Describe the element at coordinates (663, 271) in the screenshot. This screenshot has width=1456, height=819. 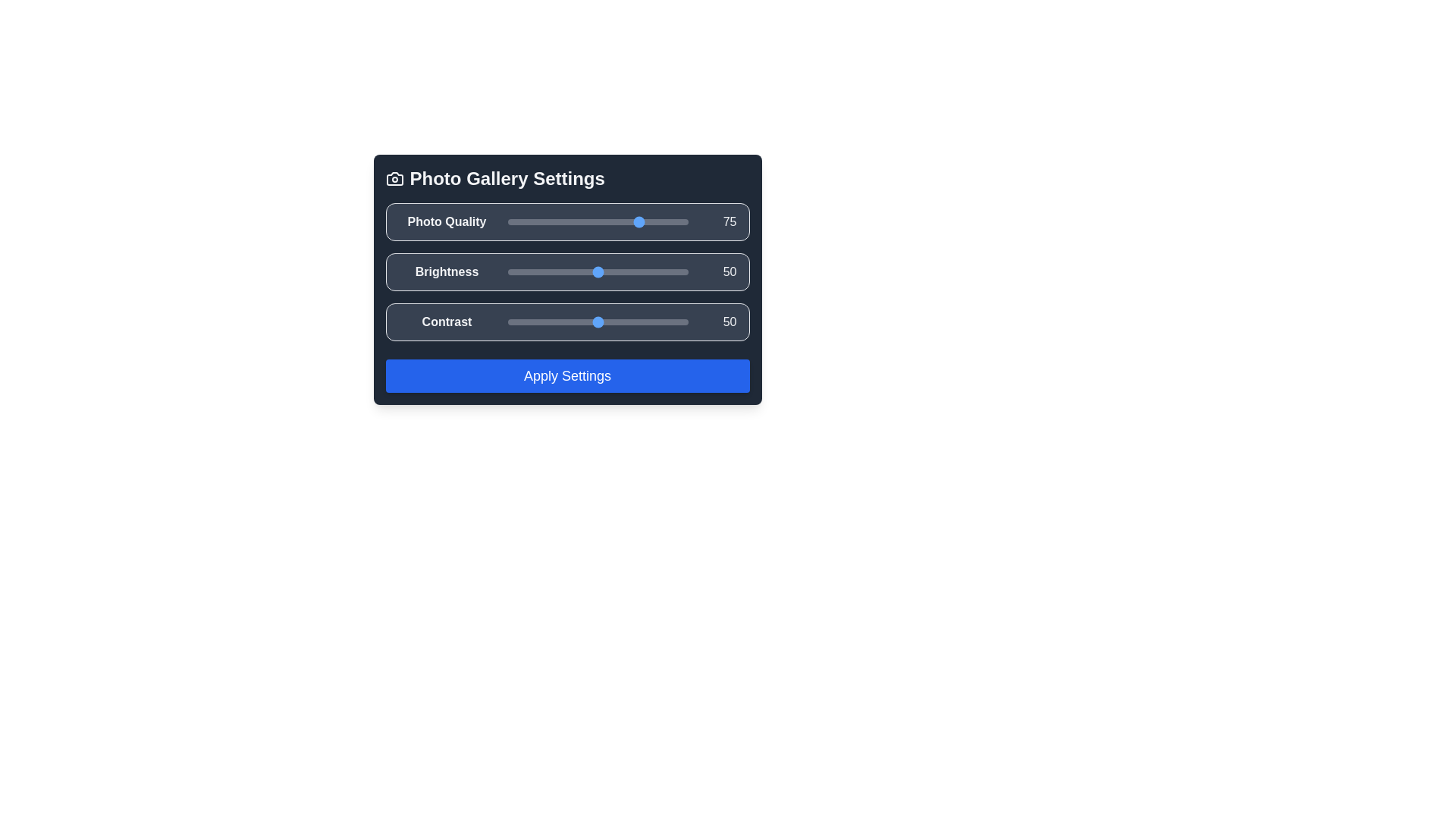
I see `brightness` at that location.